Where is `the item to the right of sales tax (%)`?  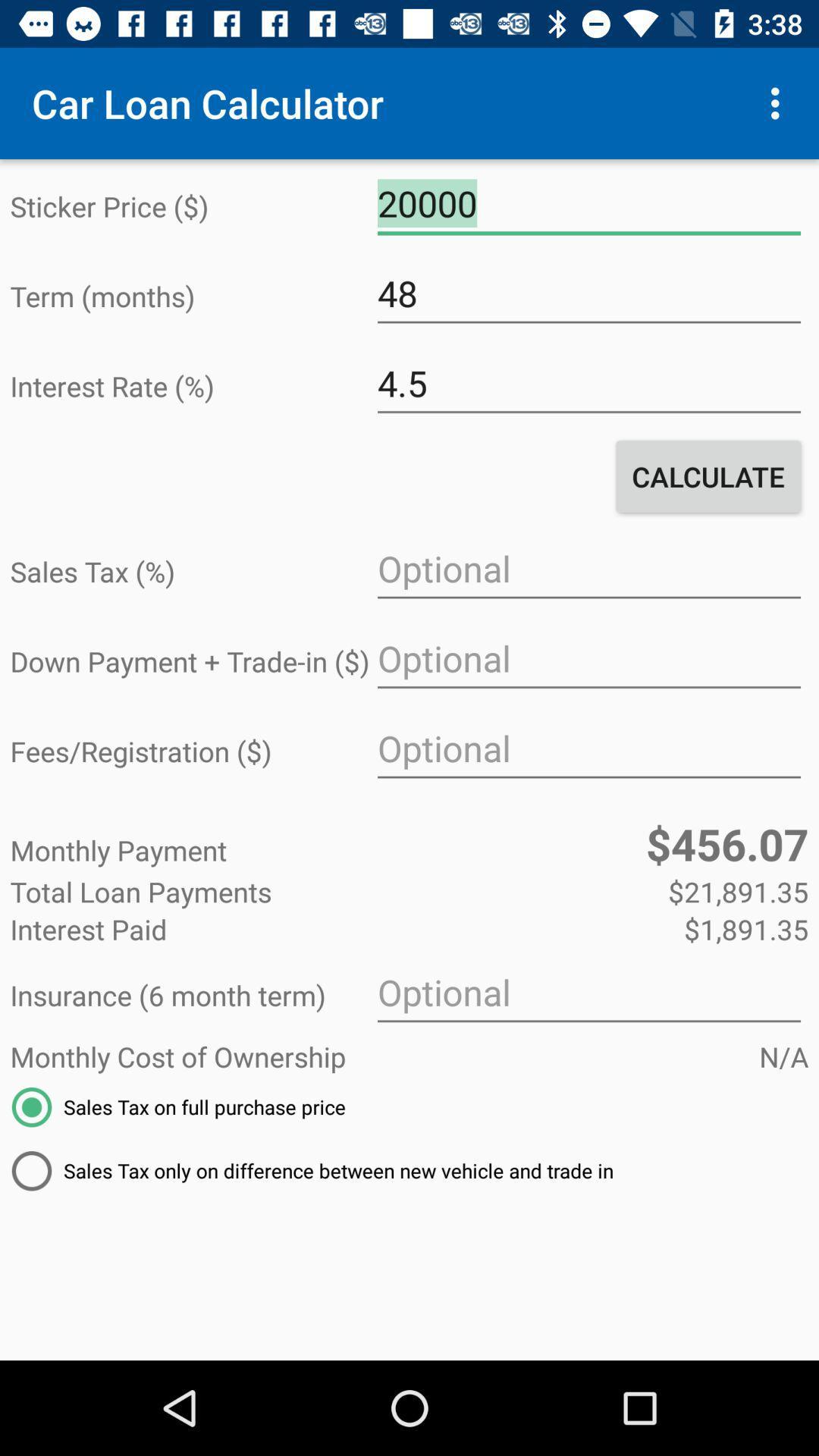
the item to the right of sales tax (%) is located at coordinates (588, 568).